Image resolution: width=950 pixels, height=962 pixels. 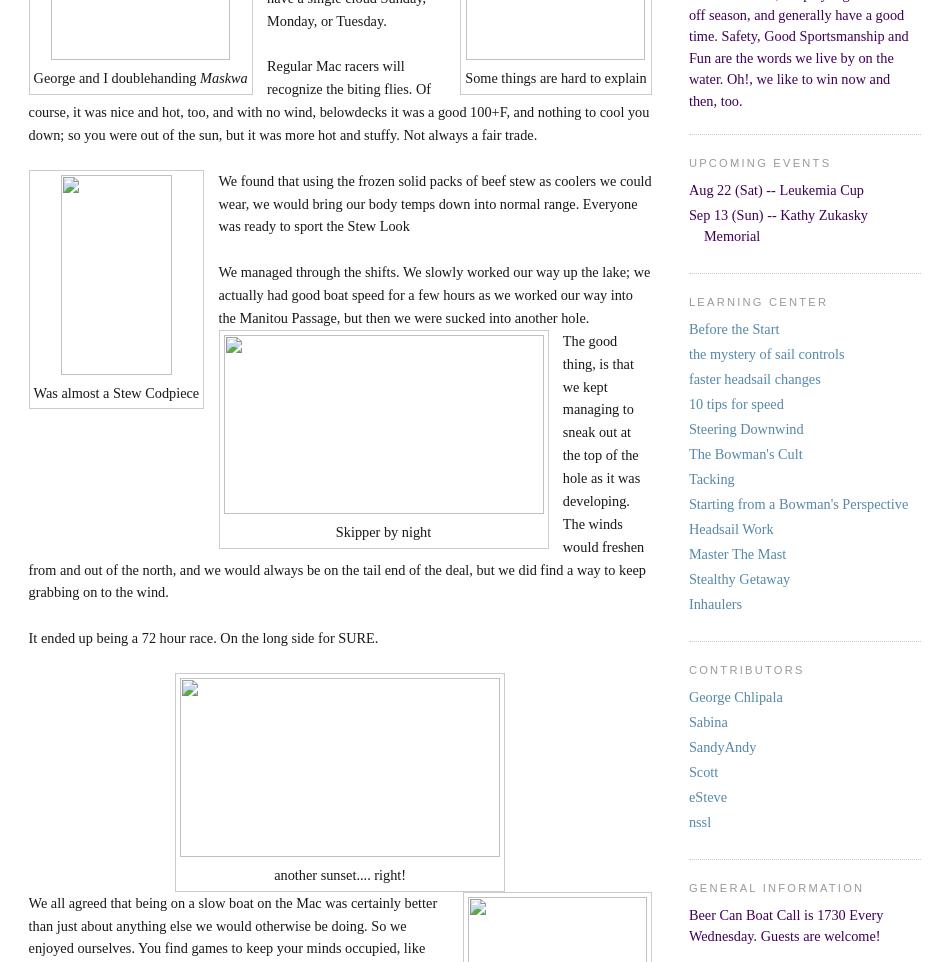 What do you see at coordinates (734, 695) in the screenshot?
I see `'George Chlipala'` at bounding box center [734, 695].